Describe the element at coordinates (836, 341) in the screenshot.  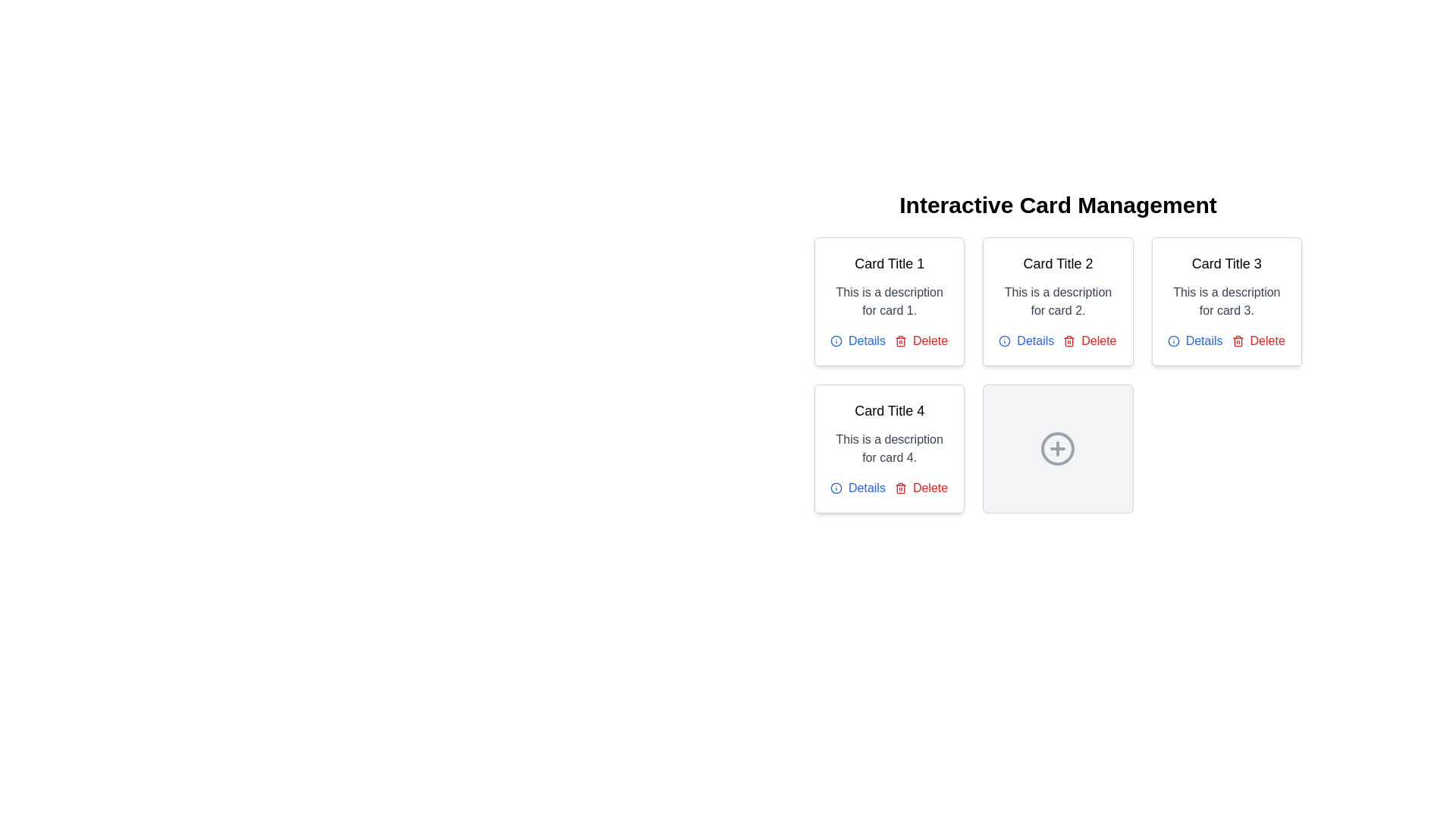
I see `the circular icon component styled with a blue stroke located below the first card in the second row of the grid layout` at that location.